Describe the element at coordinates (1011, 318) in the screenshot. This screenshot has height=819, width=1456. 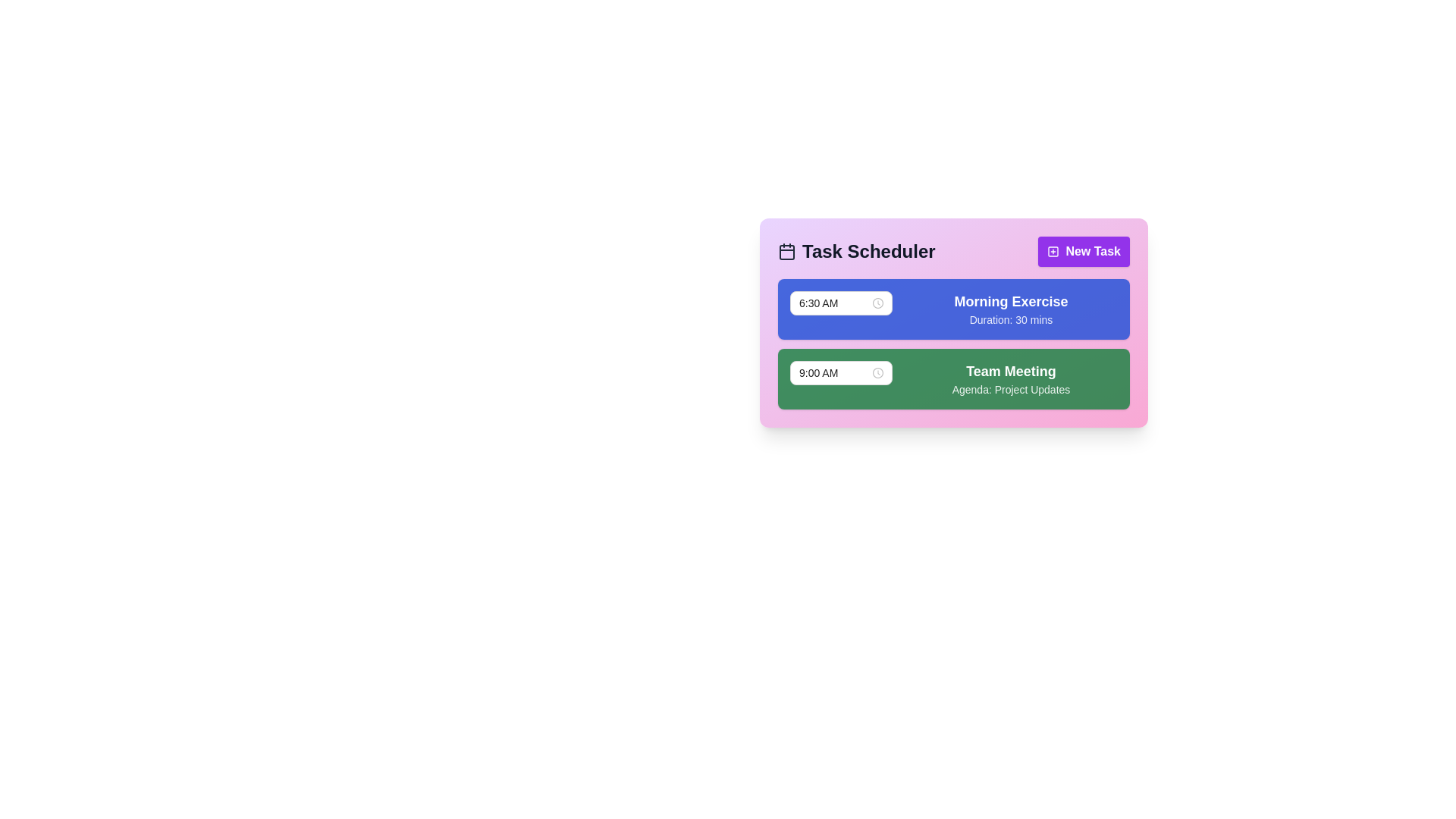
I see `the static text element displaying 'Duration: 30 mins', which is positioned directly below the 'Morning Exercise' title within a blue background` at that location.